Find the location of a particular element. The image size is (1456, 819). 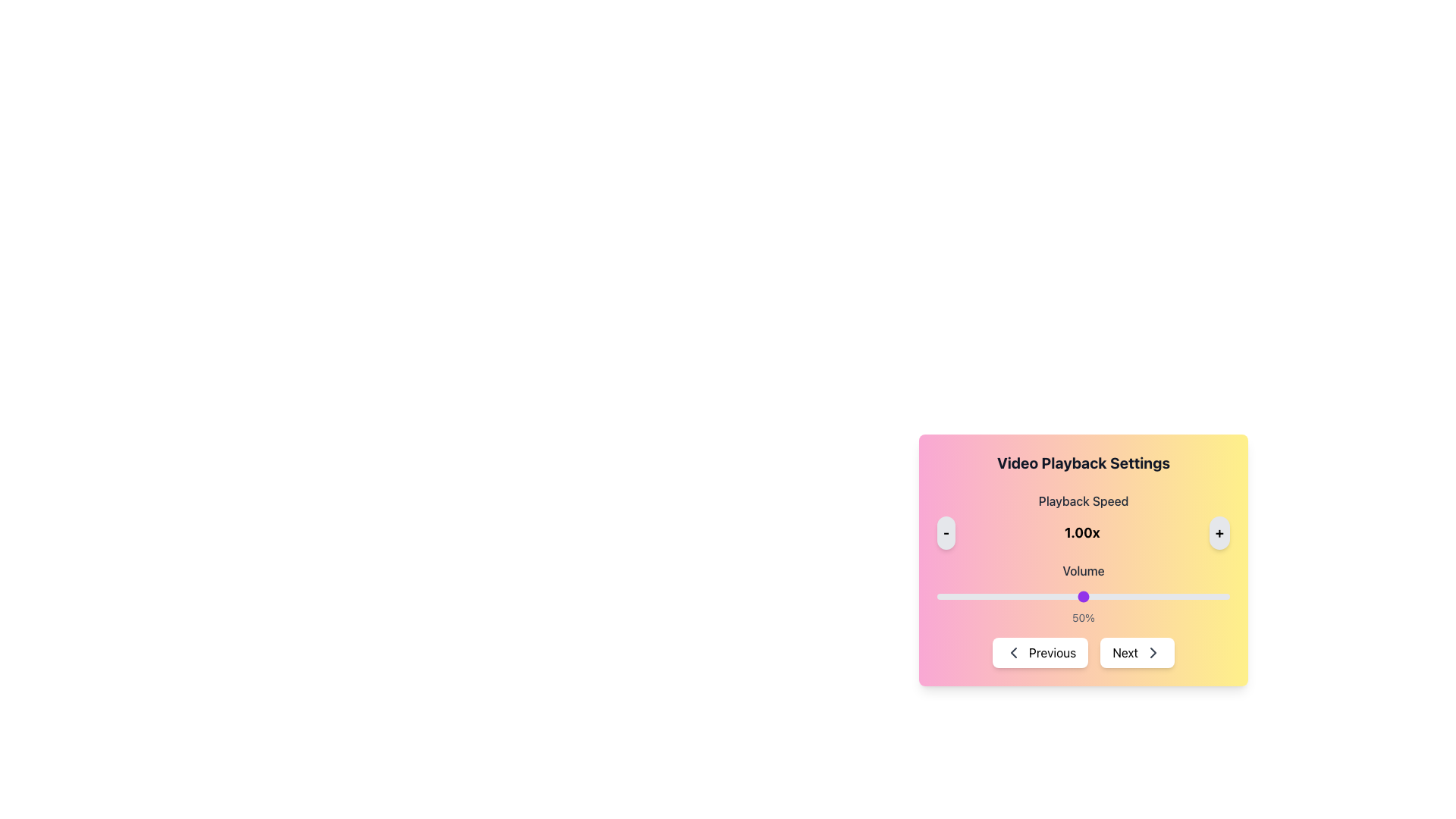

the 'Next' button located at the bottom center of the 'Video Playback Settings' card is located at coordinates (1137, 651).